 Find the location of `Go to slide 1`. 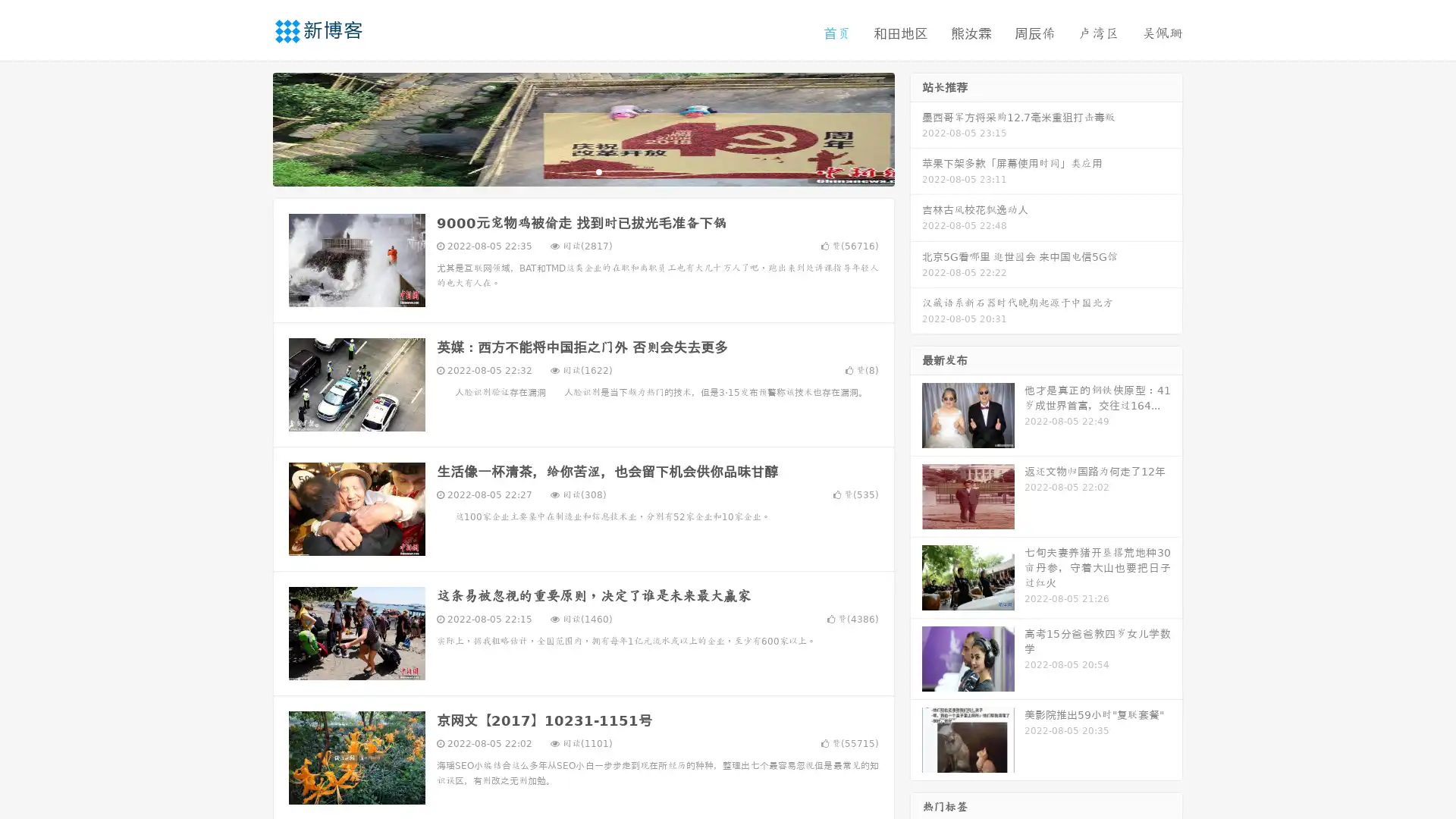

Go to slide 1 is located at coordinates (567, 171).